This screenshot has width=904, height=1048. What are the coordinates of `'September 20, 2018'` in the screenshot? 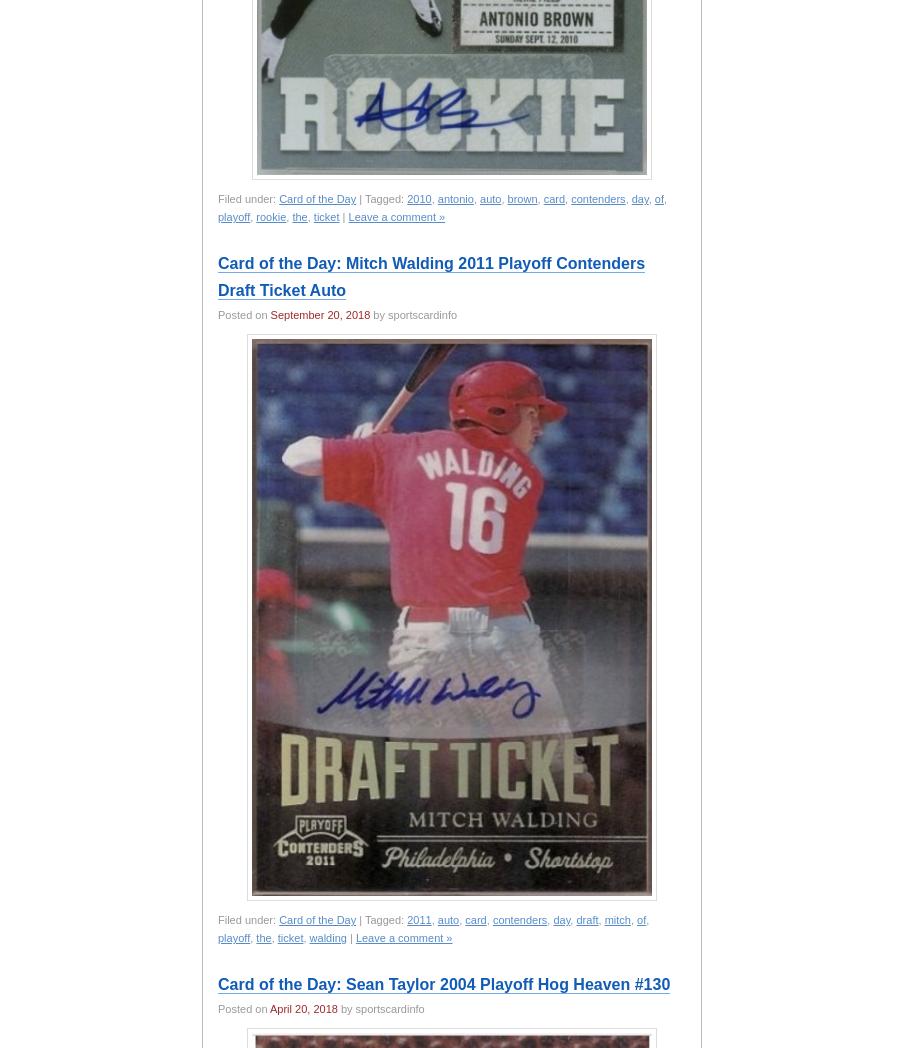 It's located at (320, 315).